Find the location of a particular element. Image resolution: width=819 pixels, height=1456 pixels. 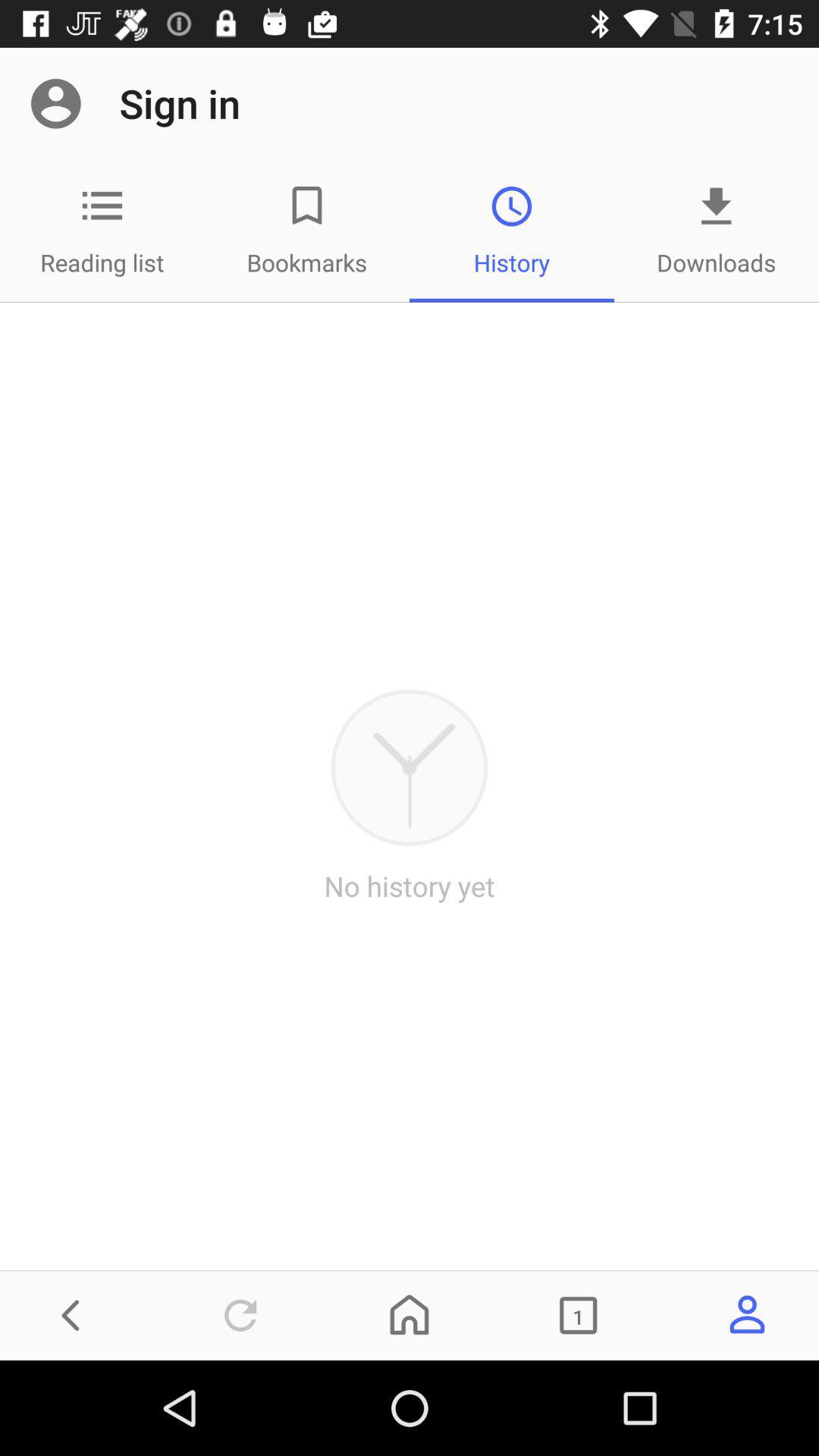

the button above downloads is located at coordinates (717, 206).